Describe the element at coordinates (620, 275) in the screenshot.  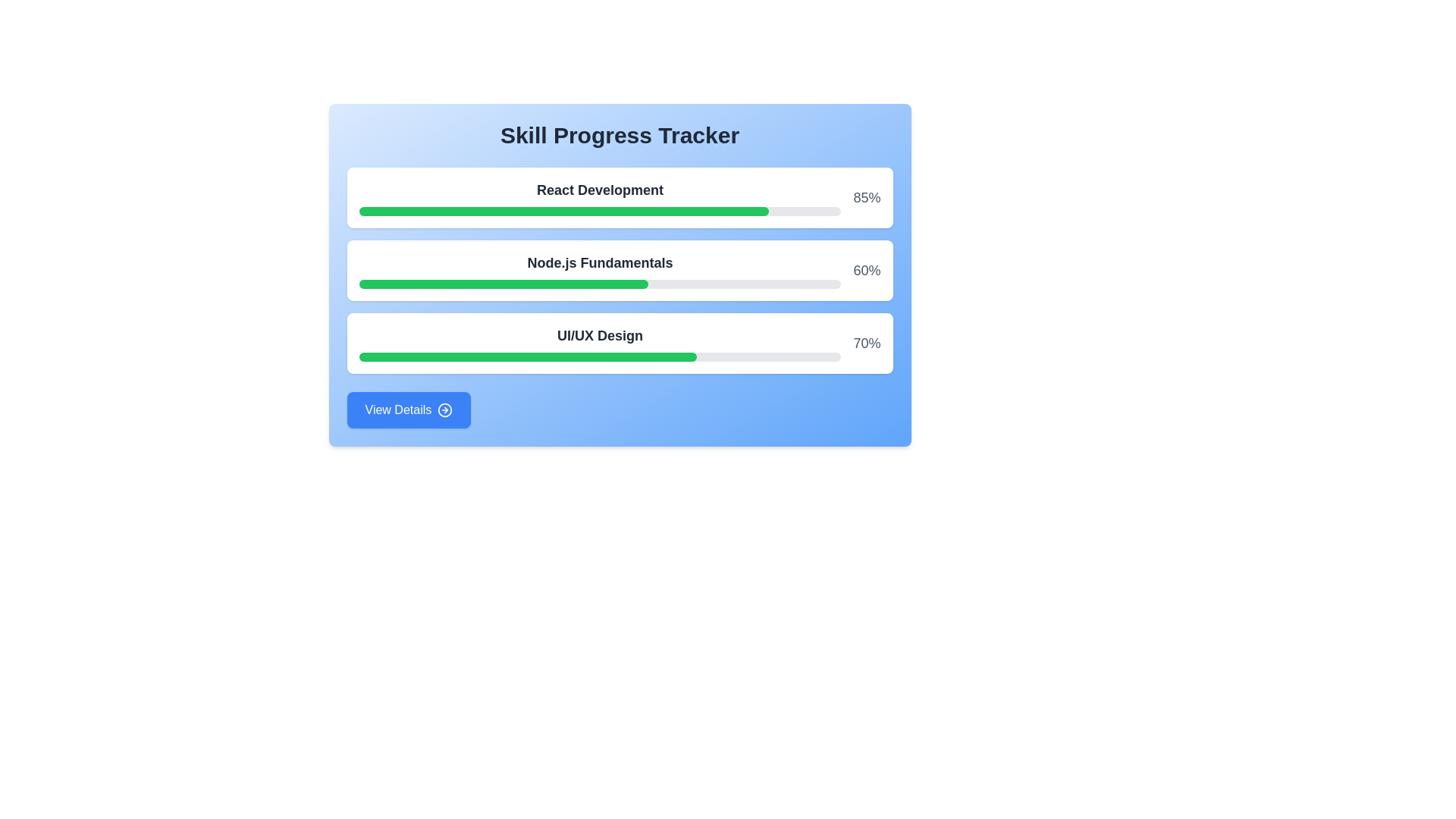
I see `progress level of the 'Node.js Fundamentals' skill, which is represented by the second progress tracker bar in the vertical layout, located between the 'React Development' and 'UI/UX Design' progress trackers` at that location.